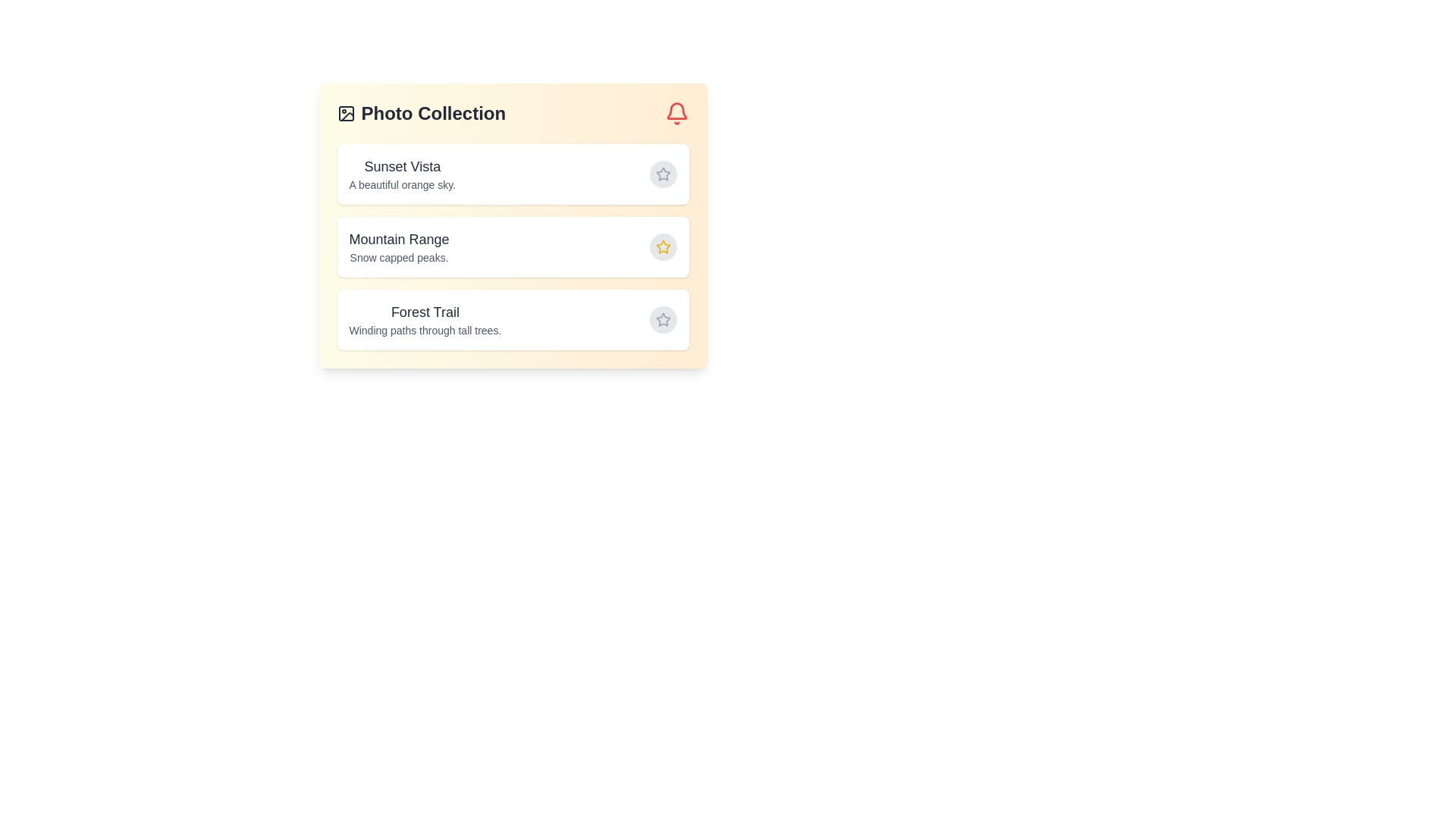  What do you see at coordinates (513, 174) in the screenshot?
I see `the item with title Sunset Vista` at bounding box center [513, 174].